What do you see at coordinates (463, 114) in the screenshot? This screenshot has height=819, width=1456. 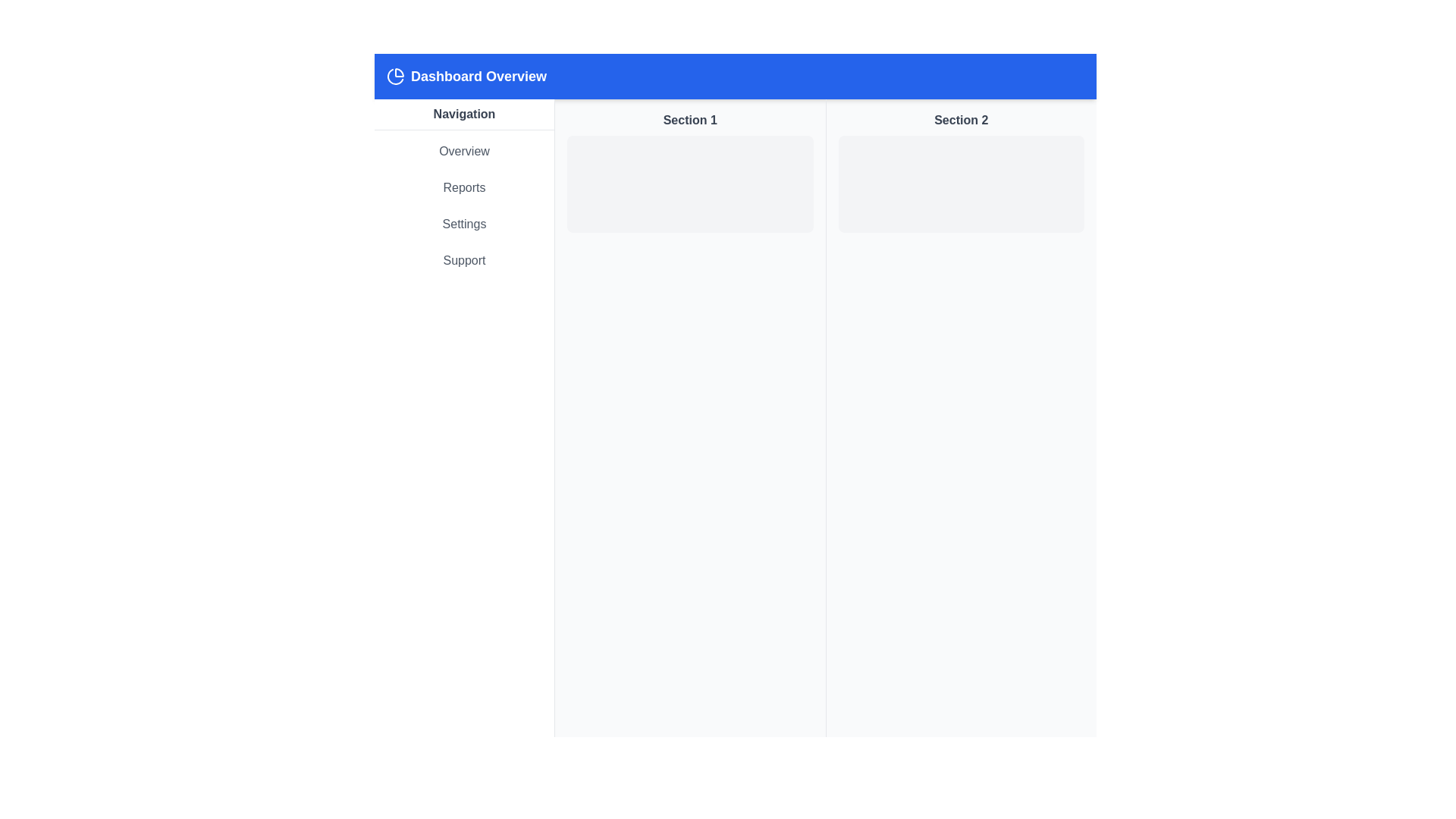 I see `the bold title labeled 'Navigation' with a gray font color located at the top of the left sidebar` at bounding box center [463, 114].